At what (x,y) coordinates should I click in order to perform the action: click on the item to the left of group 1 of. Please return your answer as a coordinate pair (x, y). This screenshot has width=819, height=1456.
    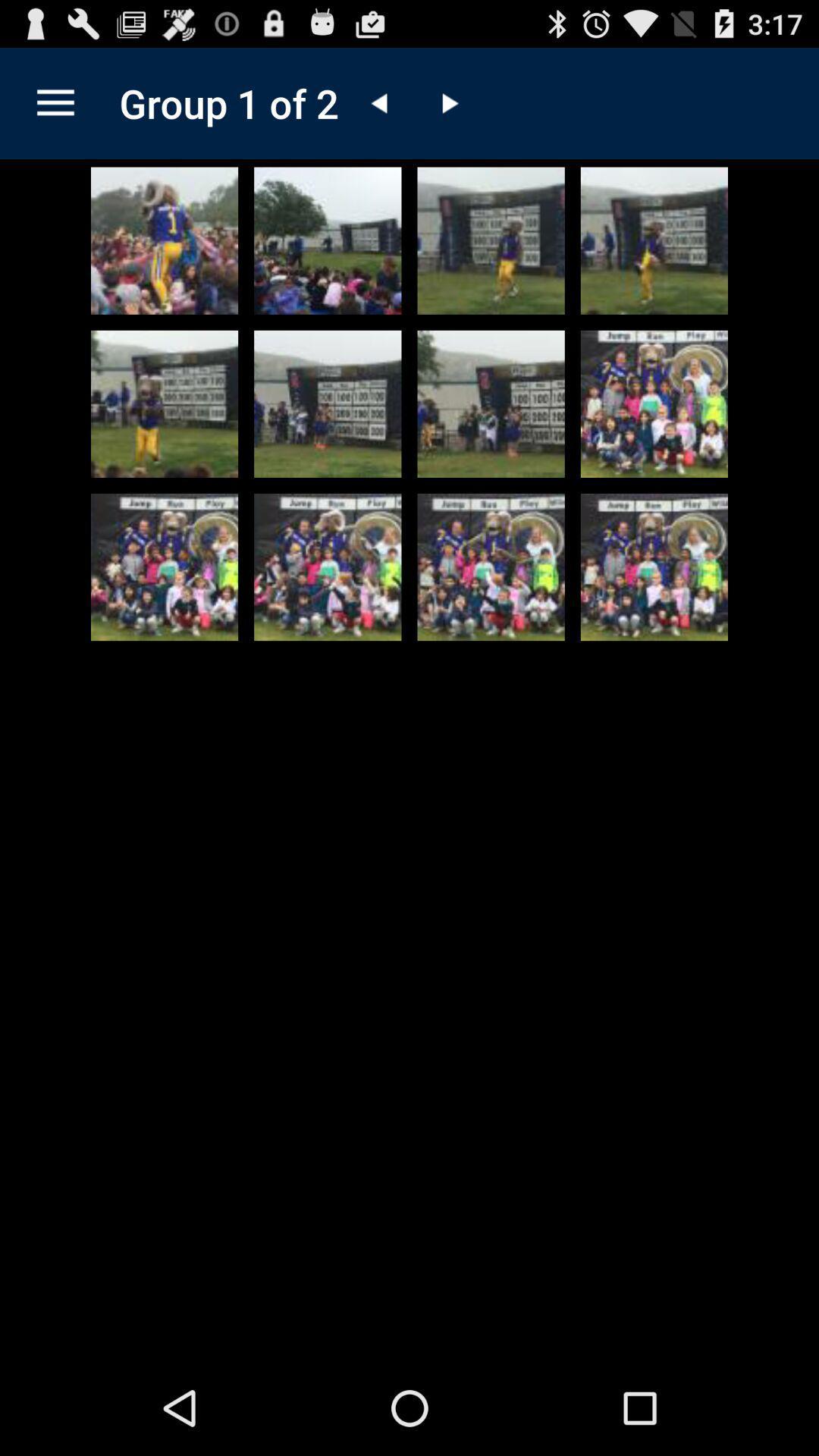
    Looking at the image, I should click on (55, 102).